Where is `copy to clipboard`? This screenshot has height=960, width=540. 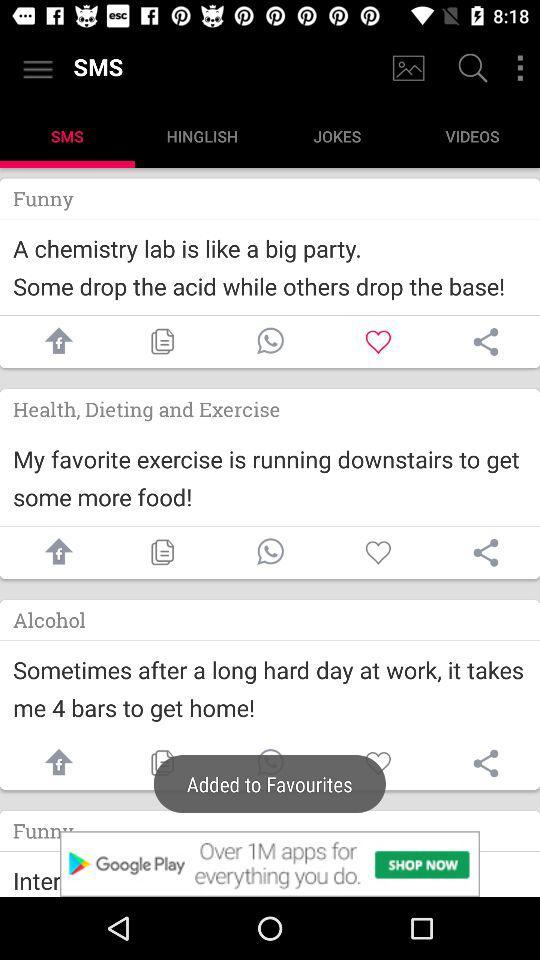
copy to clipboard is located at coordinates (161, 762).